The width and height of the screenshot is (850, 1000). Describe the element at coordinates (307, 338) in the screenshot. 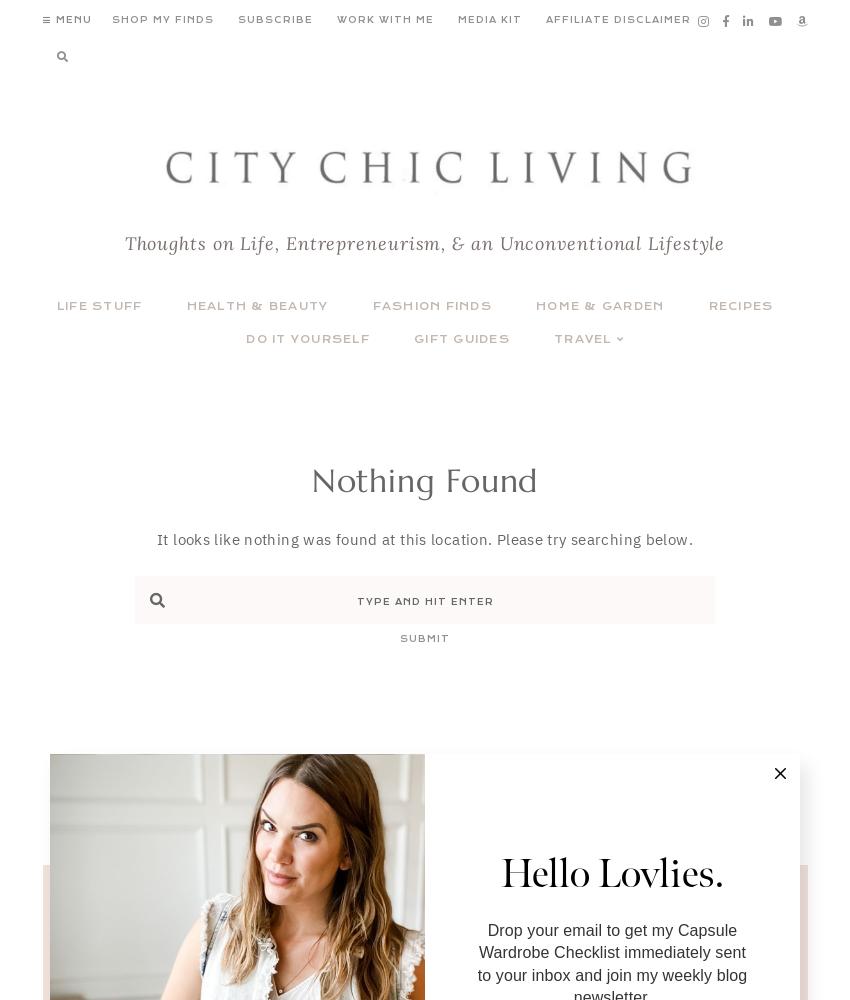

I see `'Do It Yourself'` at that location.